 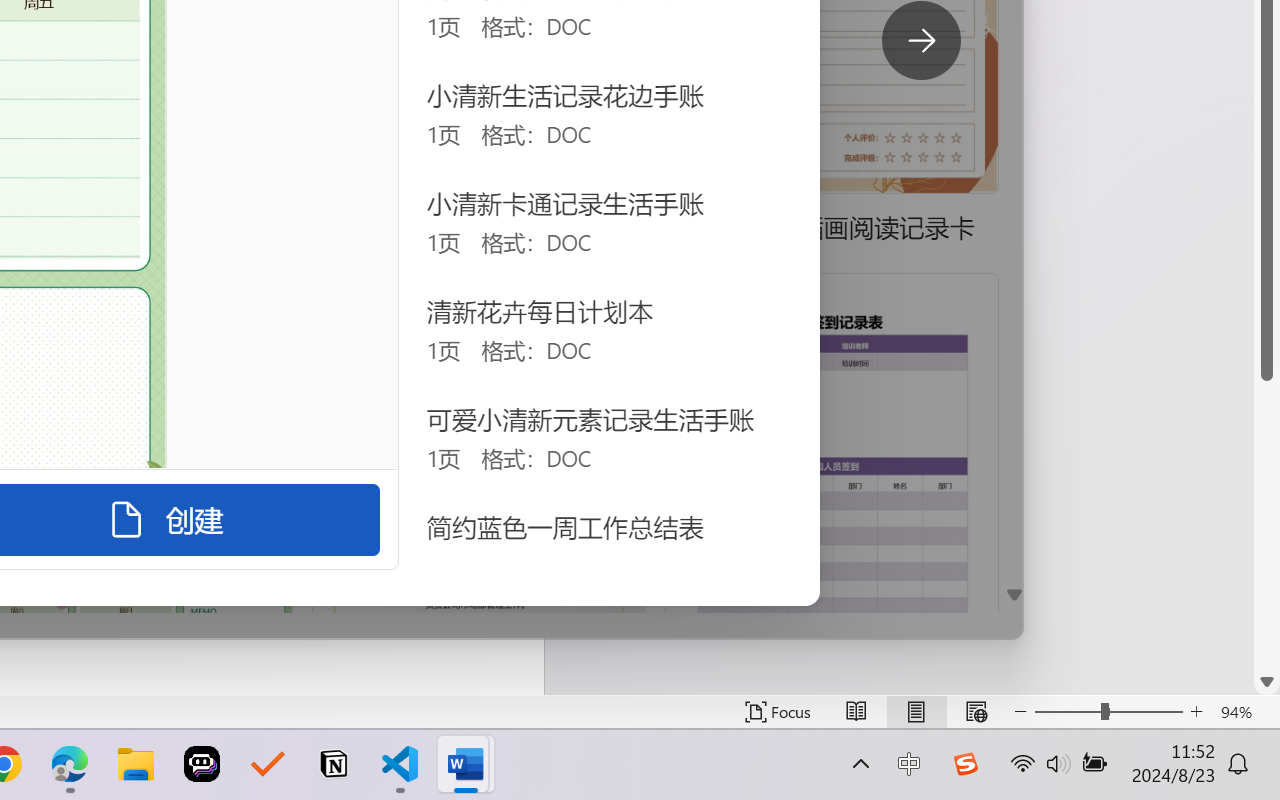 I want to click on 'Line down', so click(x=1266, y=682).